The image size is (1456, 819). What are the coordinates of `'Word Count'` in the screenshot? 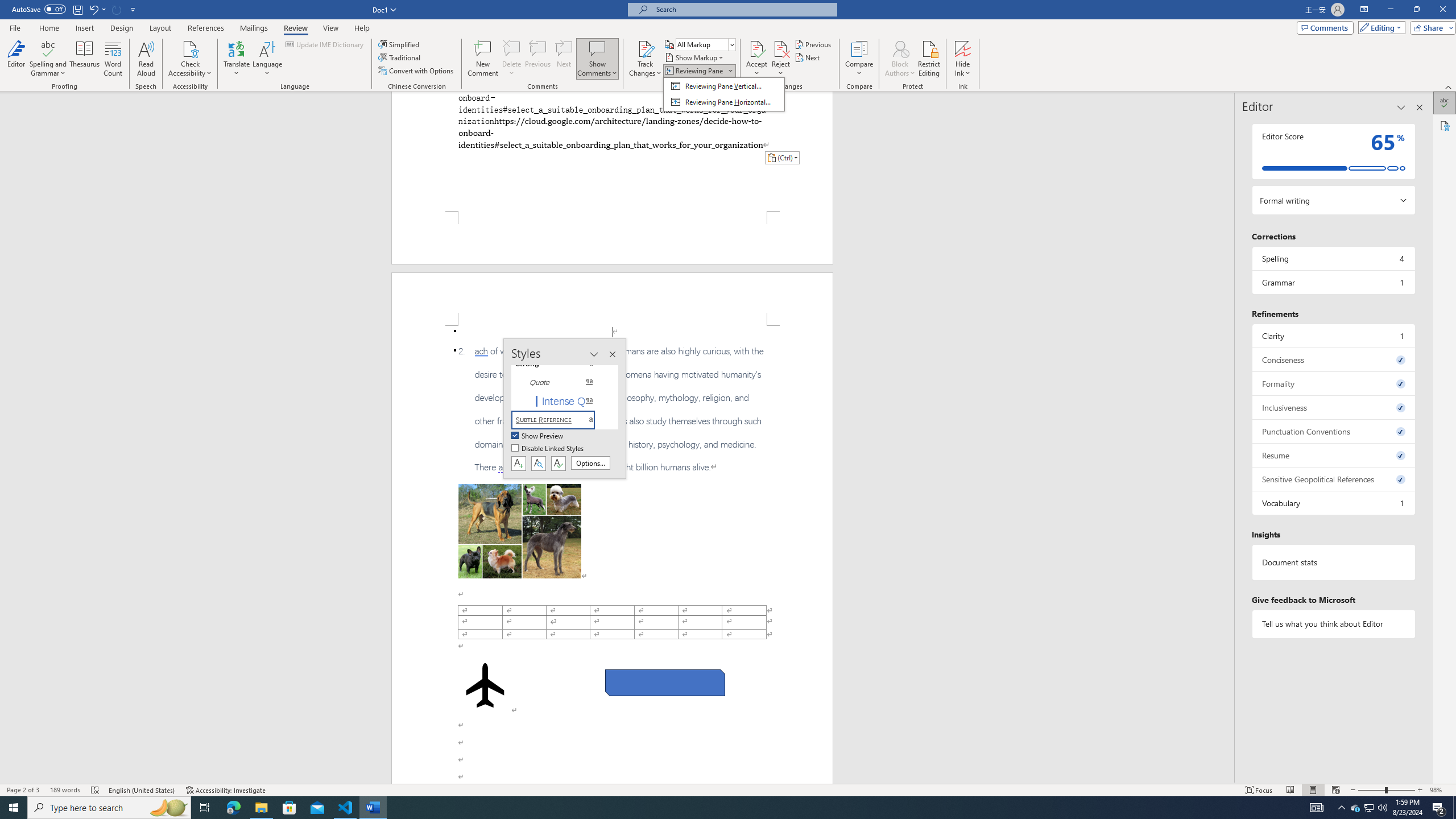 It's located at (113, 59).